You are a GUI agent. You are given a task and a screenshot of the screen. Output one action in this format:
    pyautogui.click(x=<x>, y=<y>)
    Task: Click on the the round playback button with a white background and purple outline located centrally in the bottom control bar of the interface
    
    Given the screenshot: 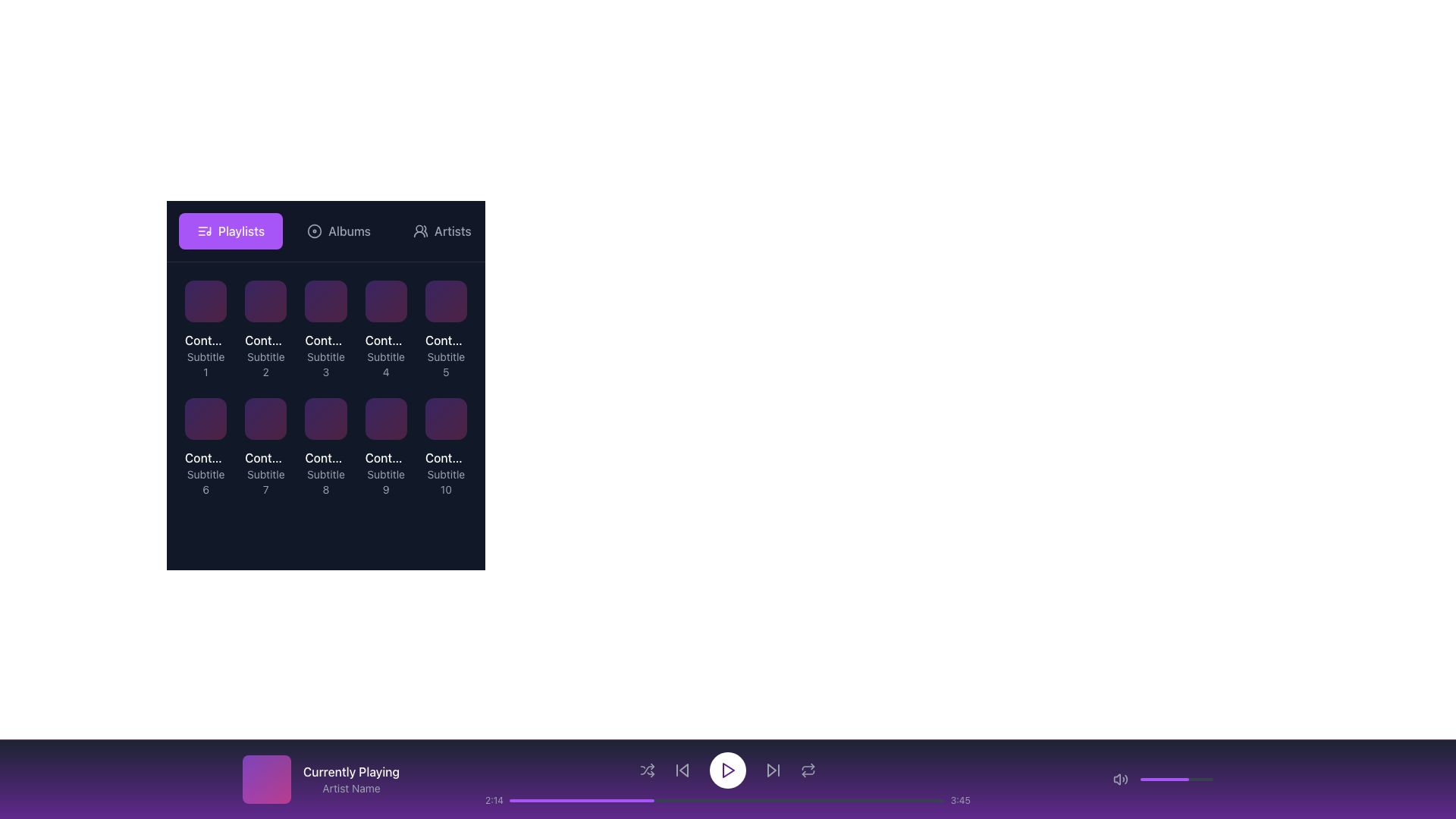 What is the action you would take?
    pyautogui.click(x=728, y=770)
    